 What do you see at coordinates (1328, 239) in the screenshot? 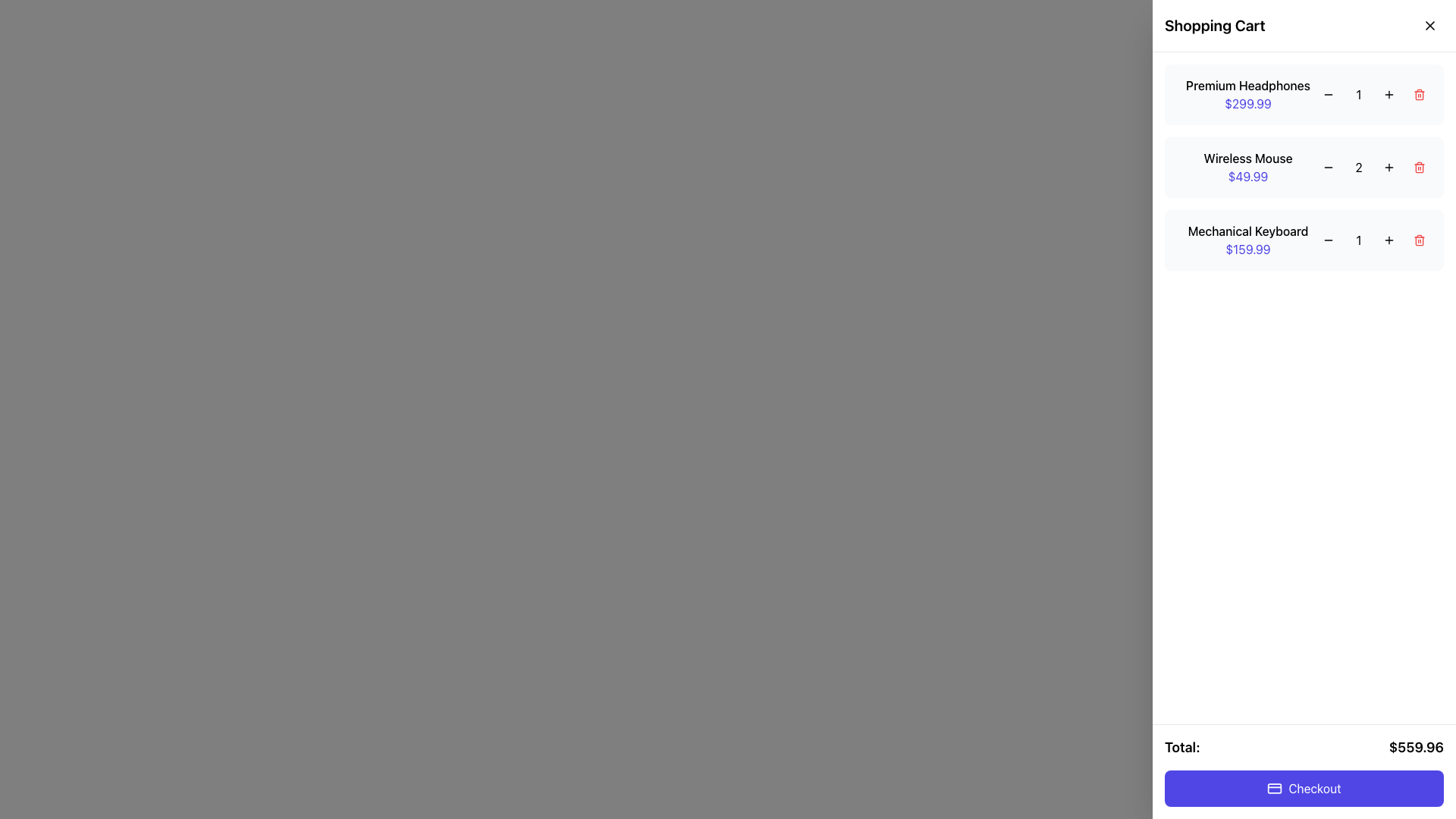
I see `the button that decreases the quantity of the Mechanical Keyboard in the shopping cart, located before the quantity display` at bounding box center [1328, 239].